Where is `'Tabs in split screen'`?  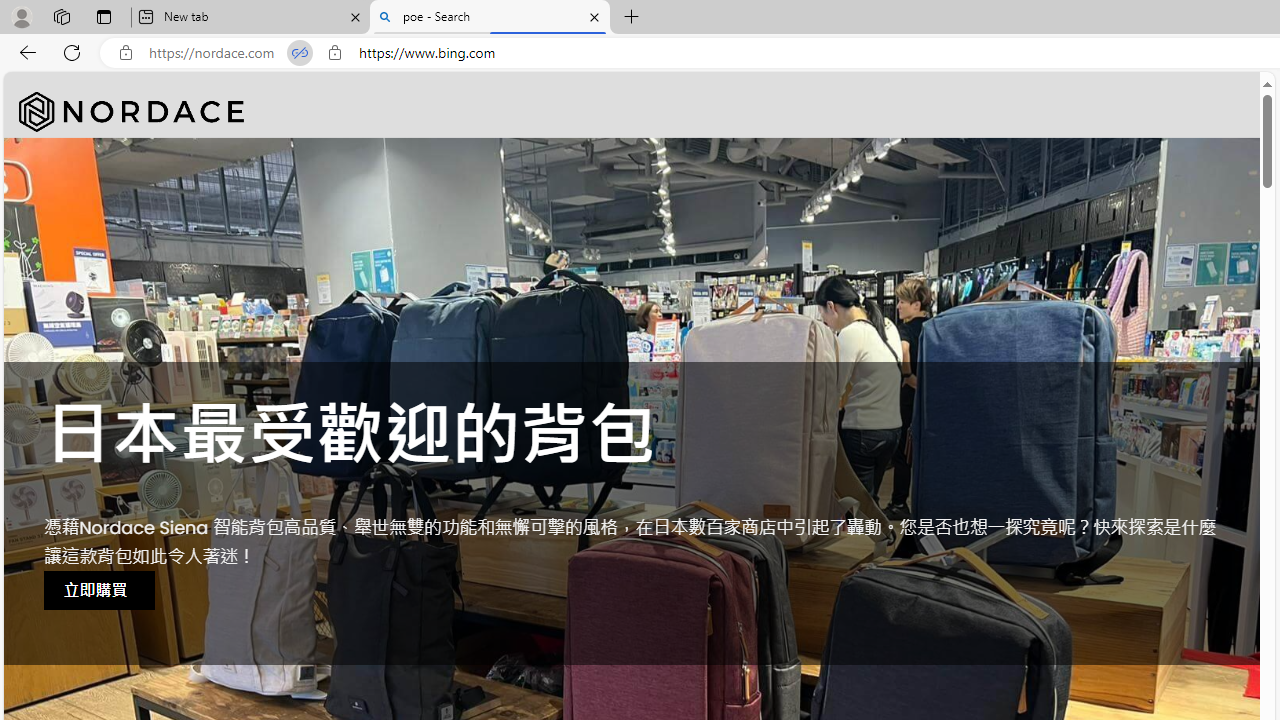 'Tabs in split screen' is located at coordinates (299, 52).